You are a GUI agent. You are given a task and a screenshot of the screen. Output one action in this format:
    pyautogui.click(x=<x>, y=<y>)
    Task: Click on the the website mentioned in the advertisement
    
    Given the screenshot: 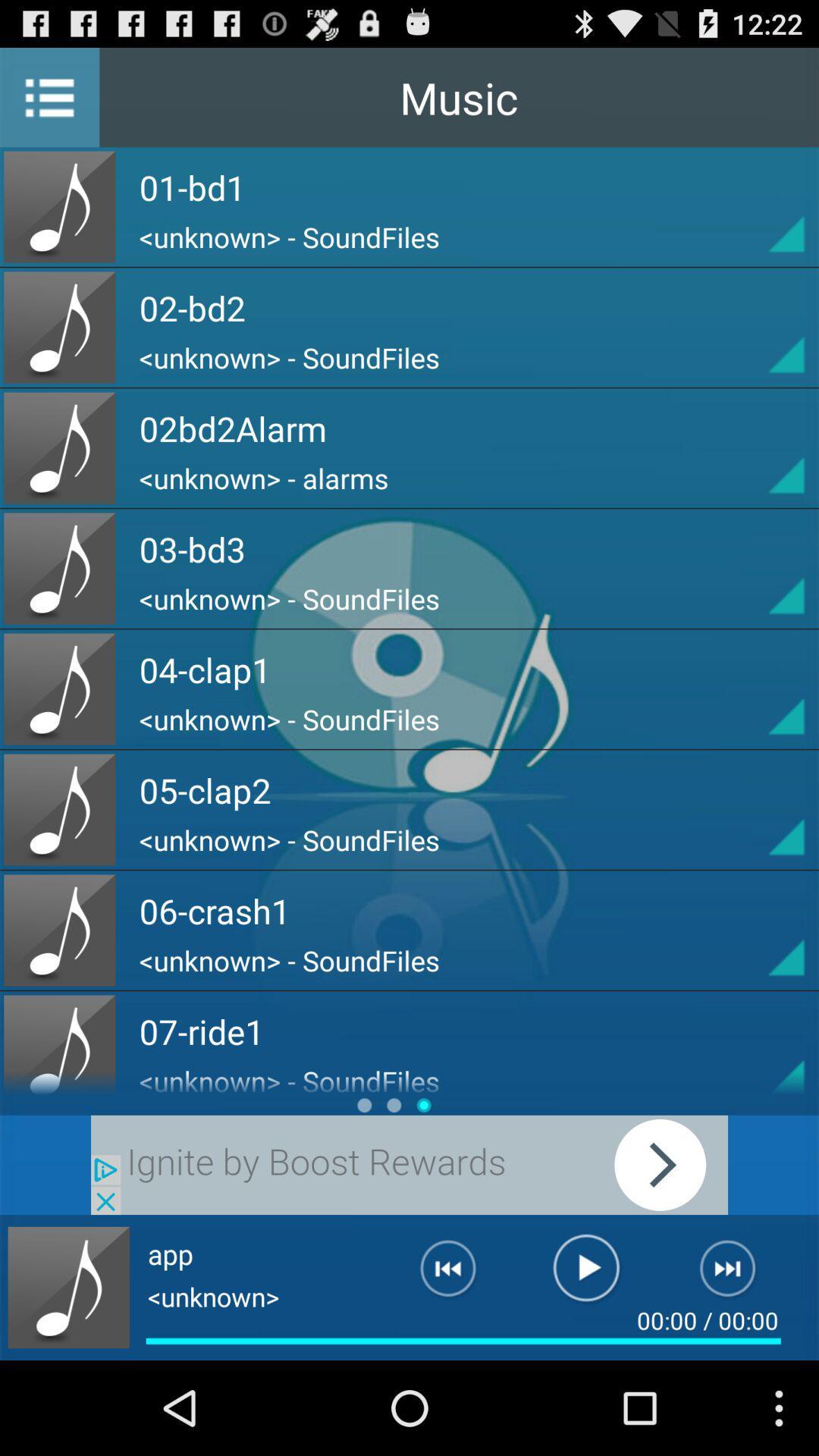 What is the action you would take?
    pyautogui.click(x=409, y=1164)
    